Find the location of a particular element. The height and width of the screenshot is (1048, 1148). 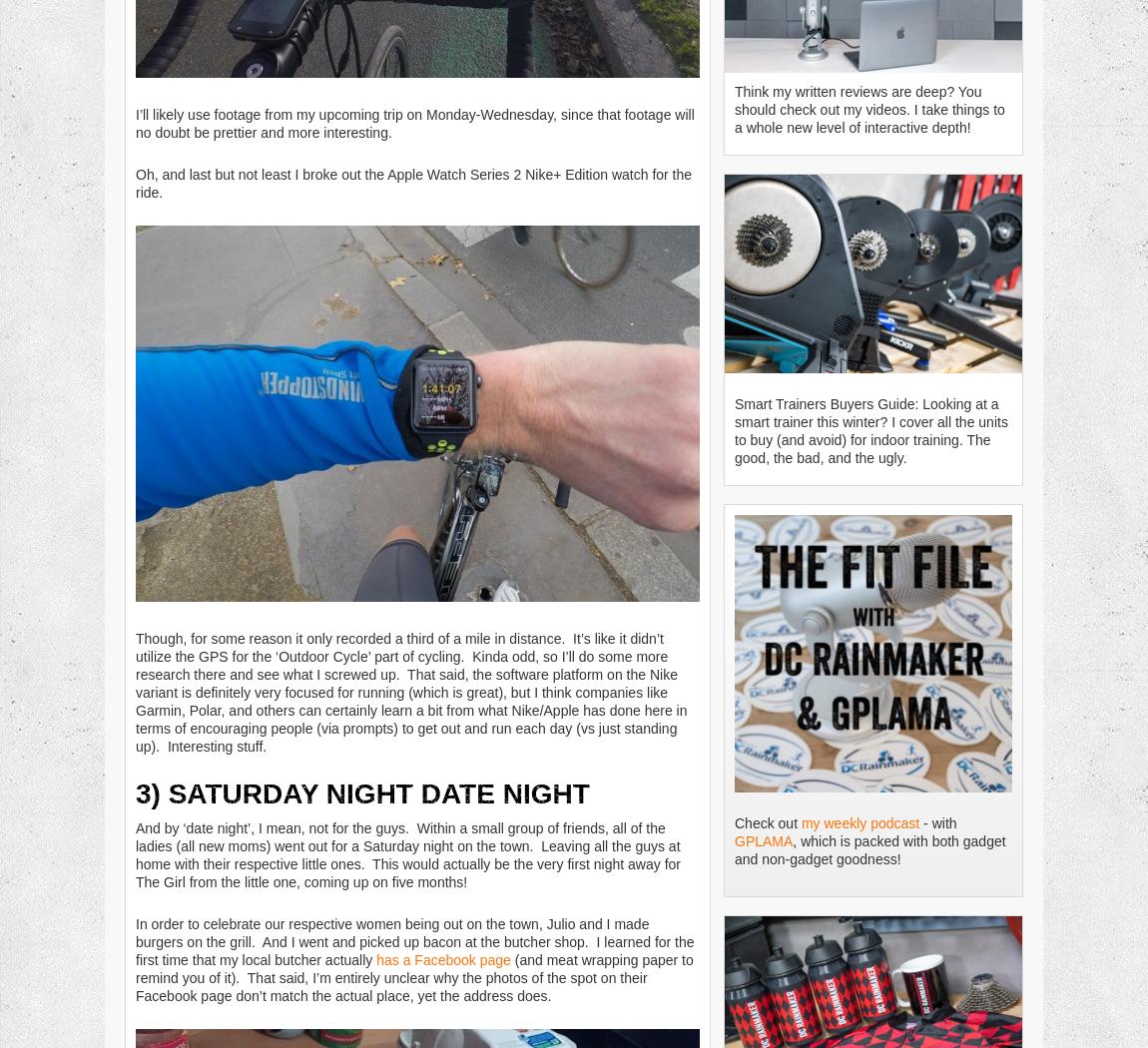

'Think my written reviews are deep? You should check out my videos. I take things to a whole new level of interactive depth!' is located at coordinates (734, 110).